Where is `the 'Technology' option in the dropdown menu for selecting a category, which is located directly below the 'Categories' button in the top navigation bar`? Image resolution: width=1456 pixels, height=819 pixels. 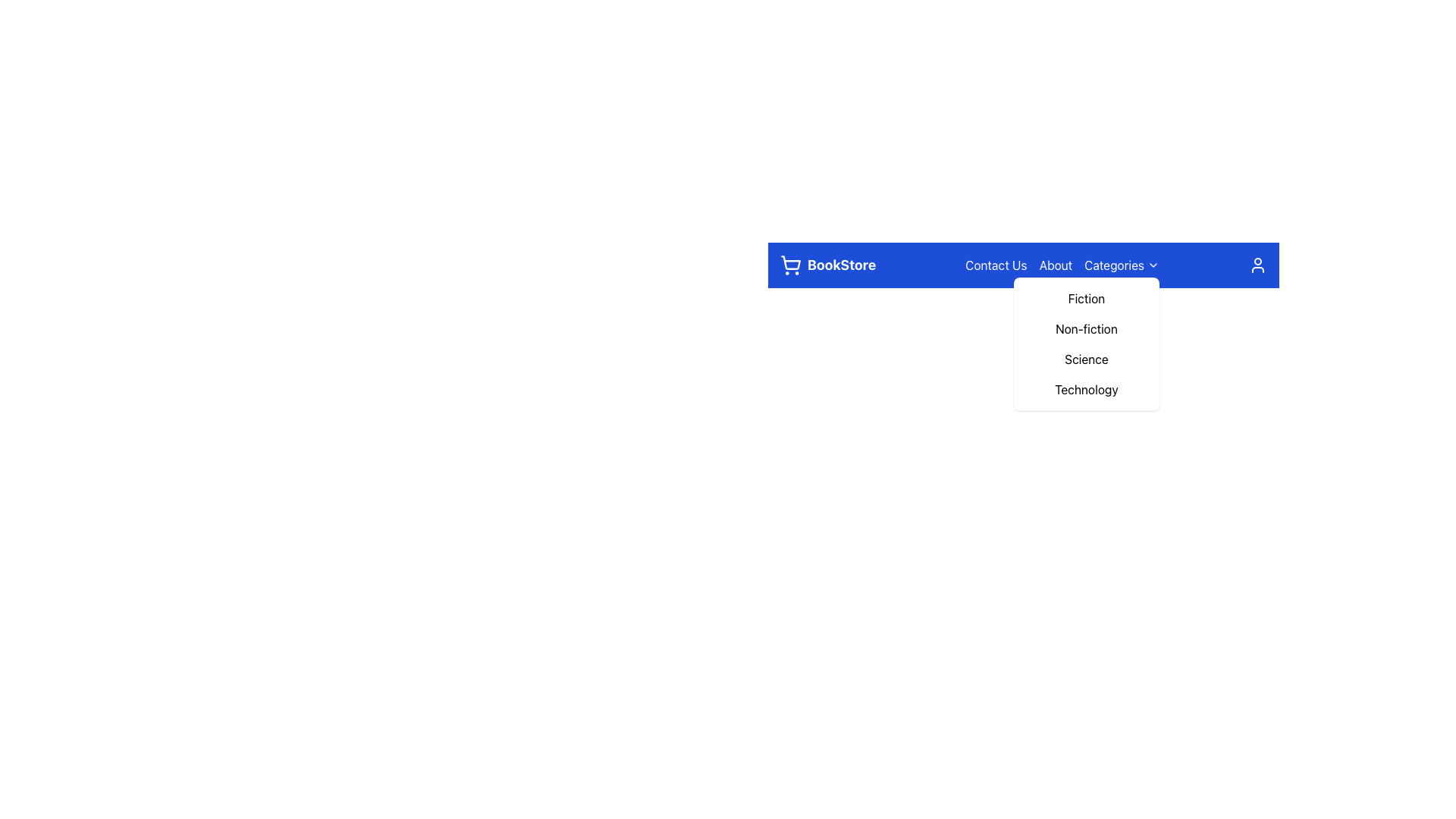
the 'Technology' option in the dropdown menu for selecting a category, which is located directly below the 'Categories' button in the top navigation bar is located at coordinates (1023, 384).